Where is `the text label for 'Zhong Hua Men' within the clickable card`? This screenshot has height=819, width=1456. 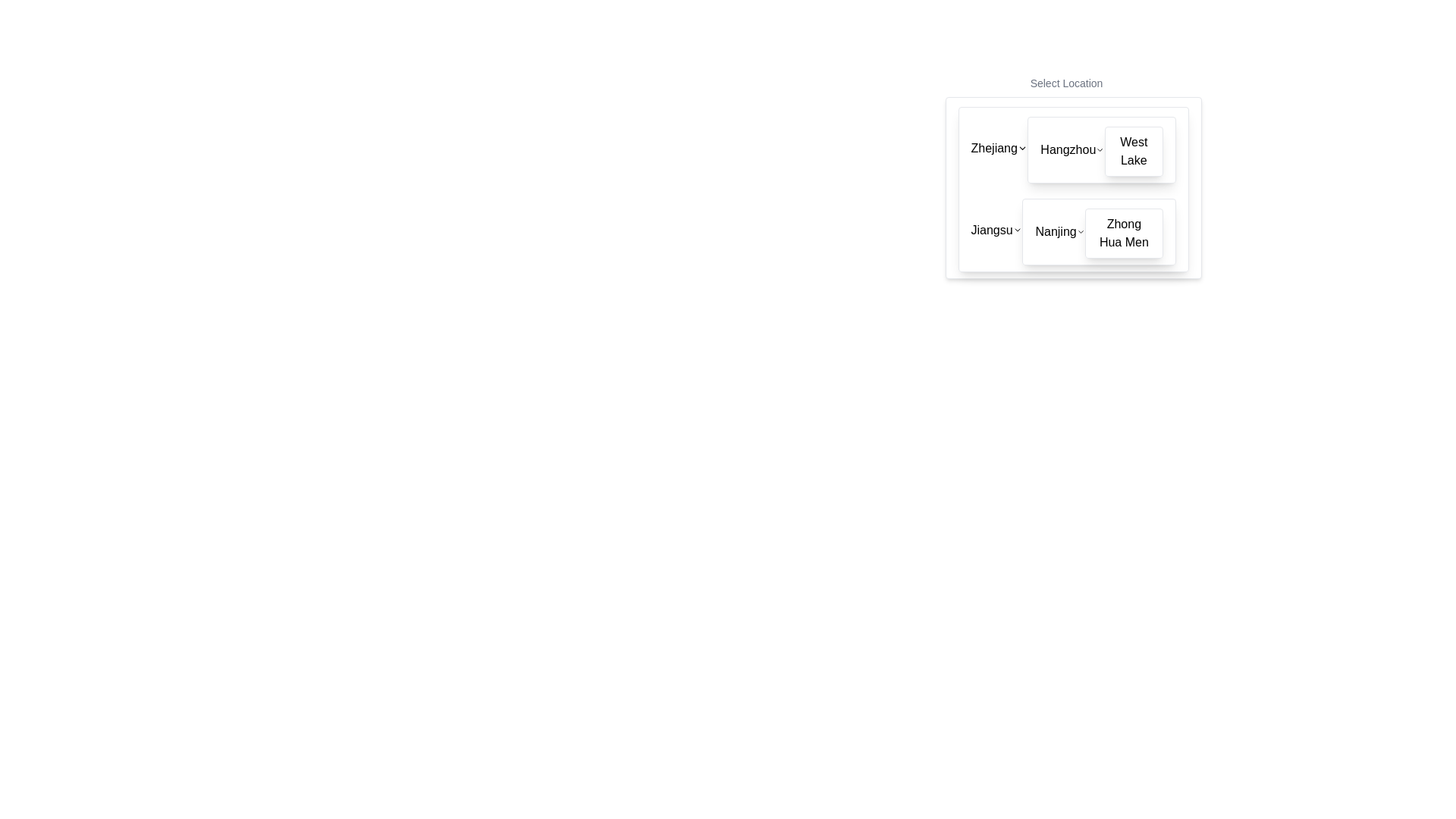
the text label for 'Zhong Hua Men' within the clickable card is located at coordinates (1124, 234).